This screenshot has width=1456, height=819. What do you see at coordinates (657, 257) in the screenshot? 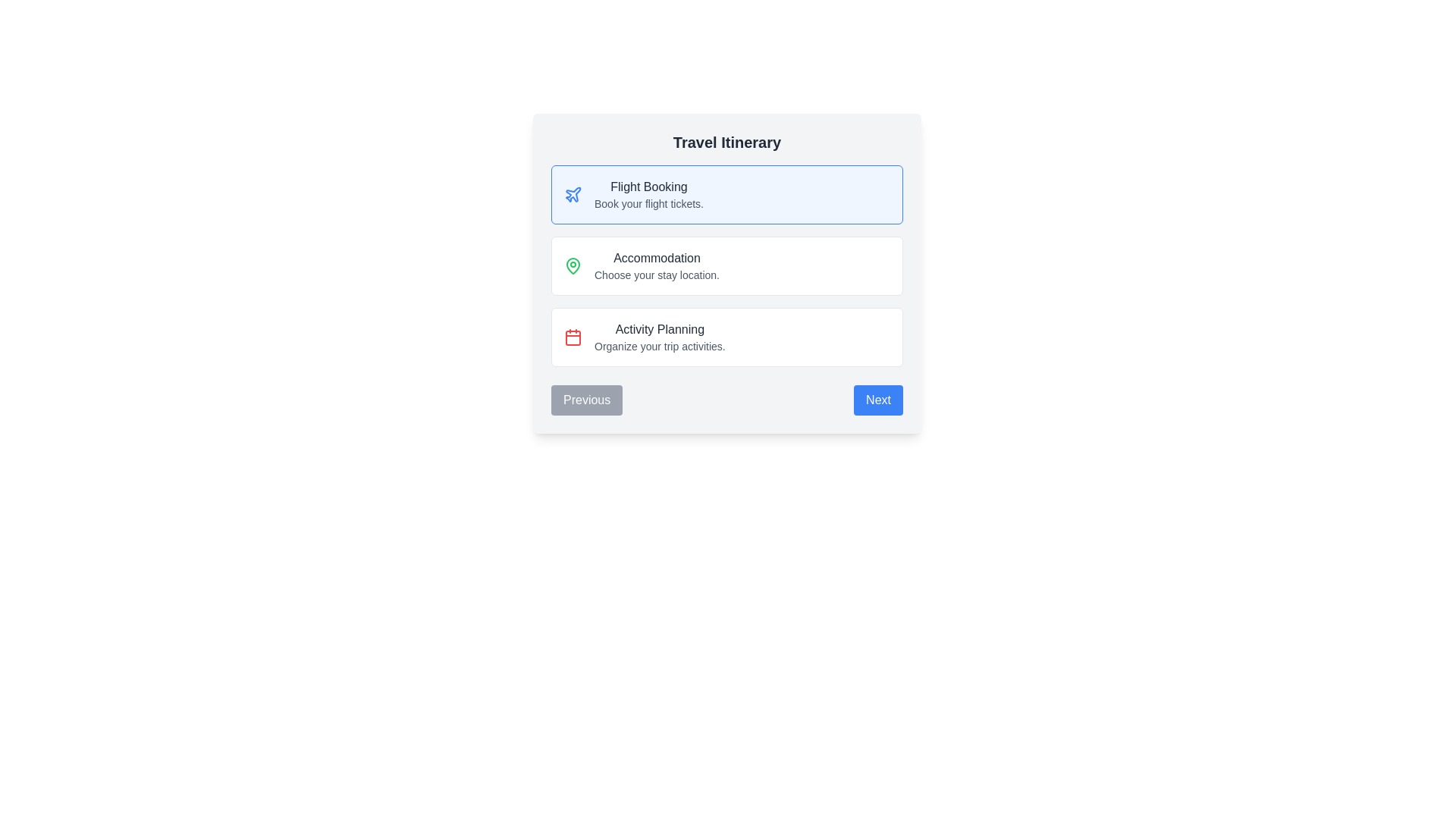
I see `the title or heading element for the accommodation options in the travel itinerary interface, which is located below 'Flight Booking' and above 'Activity Planning'` at bounding box center [657, 257].